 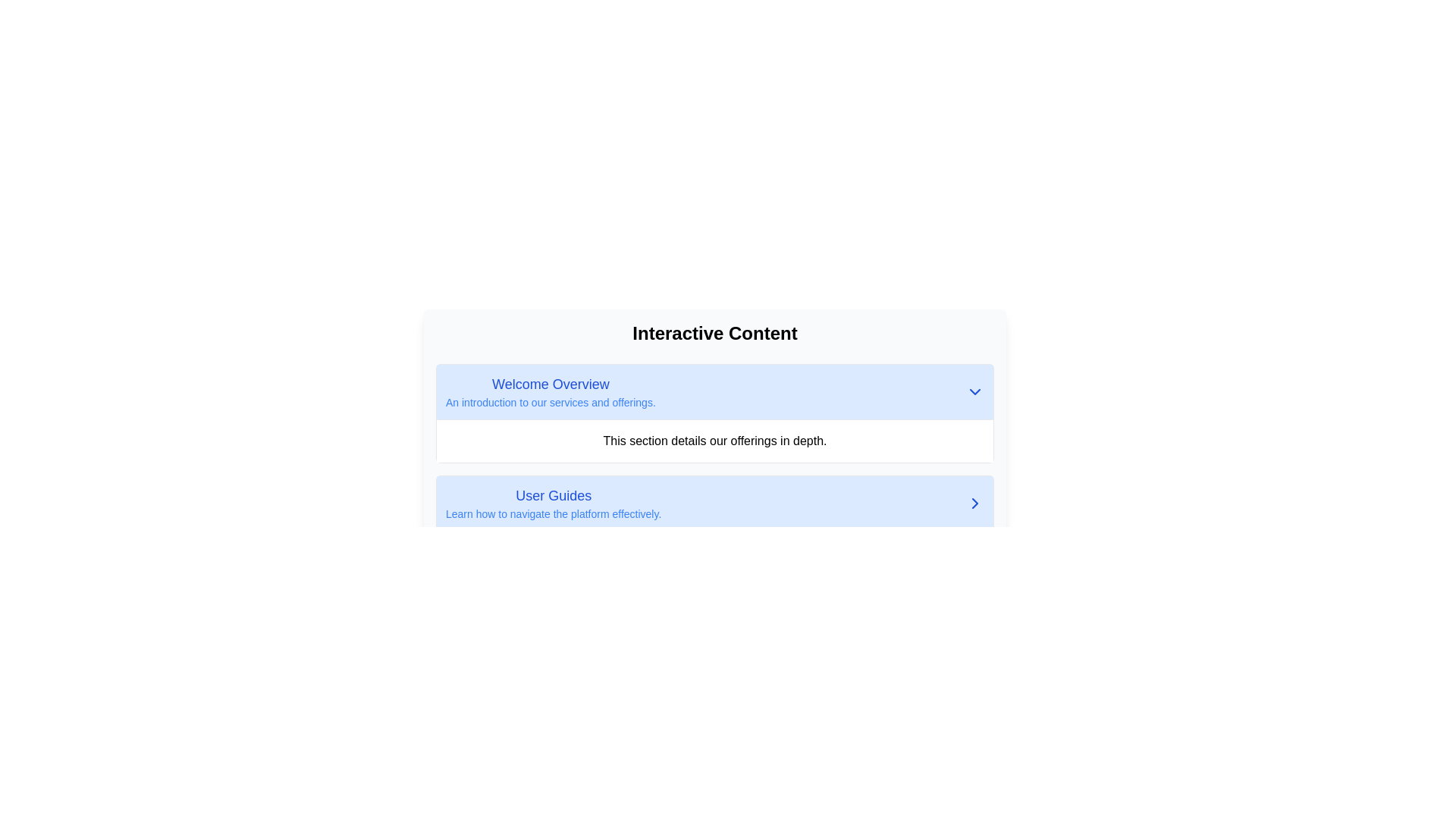 What do you see at coordinates (550, 383) in the screenshot?
I see `the title text label that serves as a heading for the section, positioned above the text 'An introduction to our services and offerings.'` at bounding box center [550, 383].